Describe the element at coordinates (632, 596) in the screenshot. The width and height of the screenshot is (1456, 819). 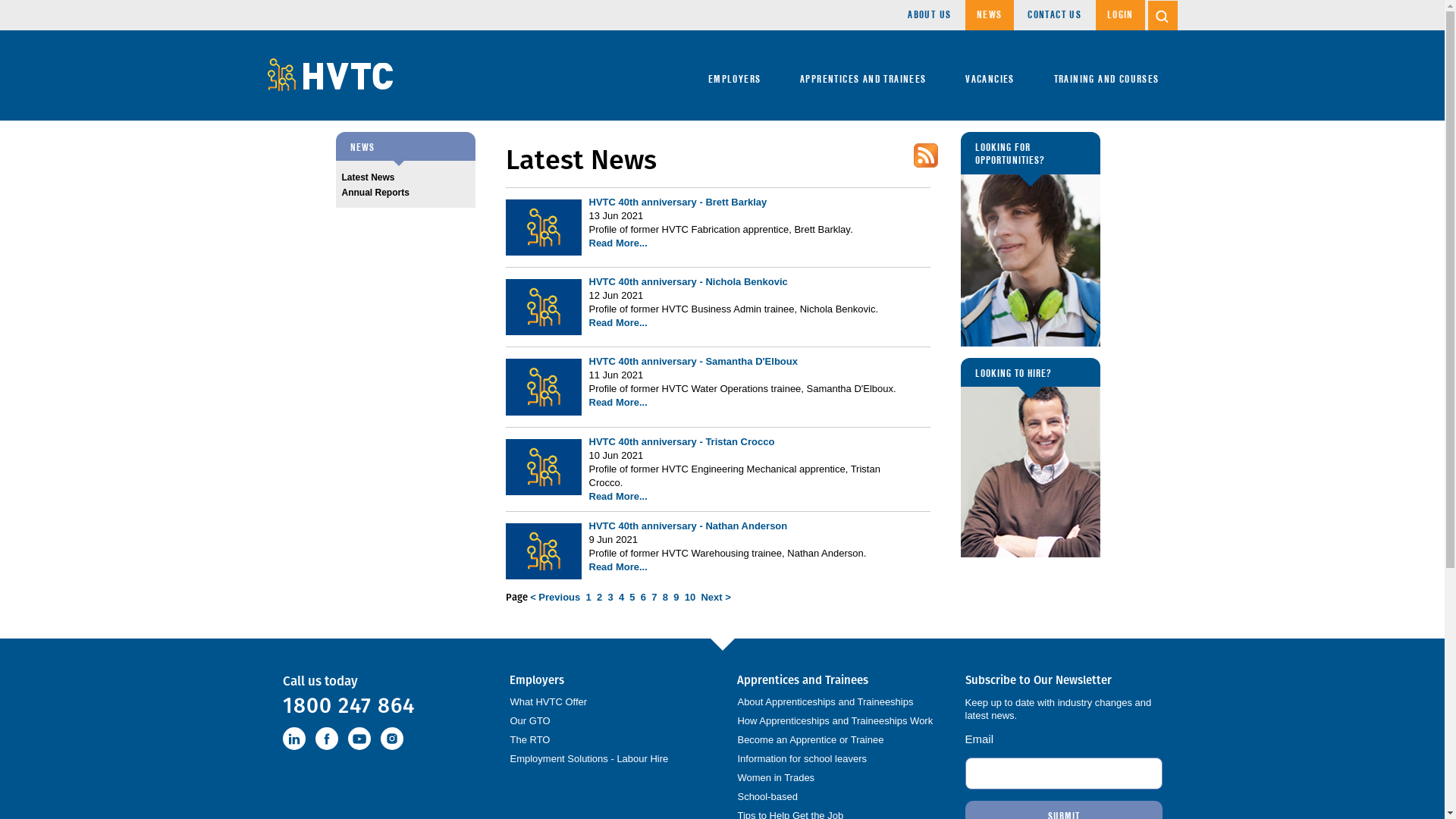
I see `'5'` at that location.